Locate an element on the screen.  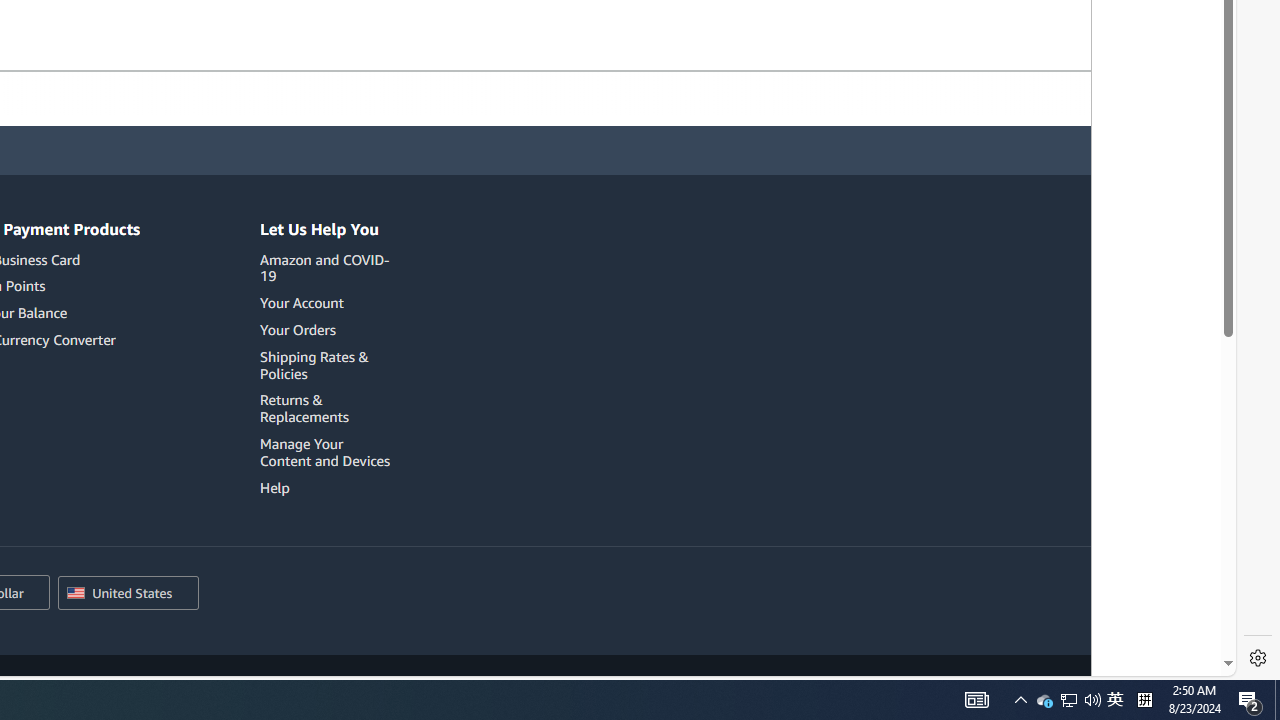
'Amazon and COVID-19' is located at coordinates (328, 267).